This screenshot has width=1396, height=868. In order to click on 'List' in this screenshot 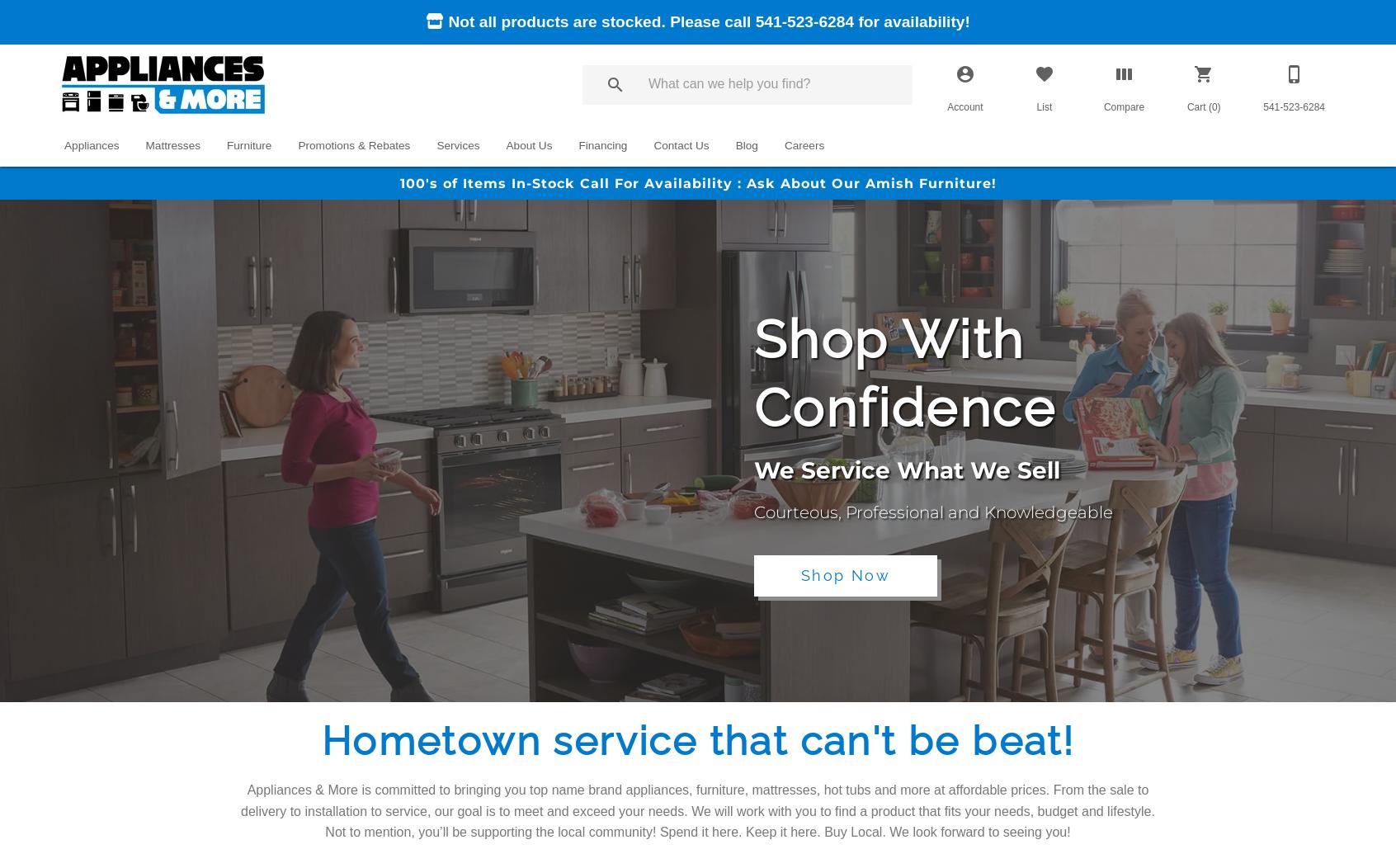, I will do `click(1044, 107)`.